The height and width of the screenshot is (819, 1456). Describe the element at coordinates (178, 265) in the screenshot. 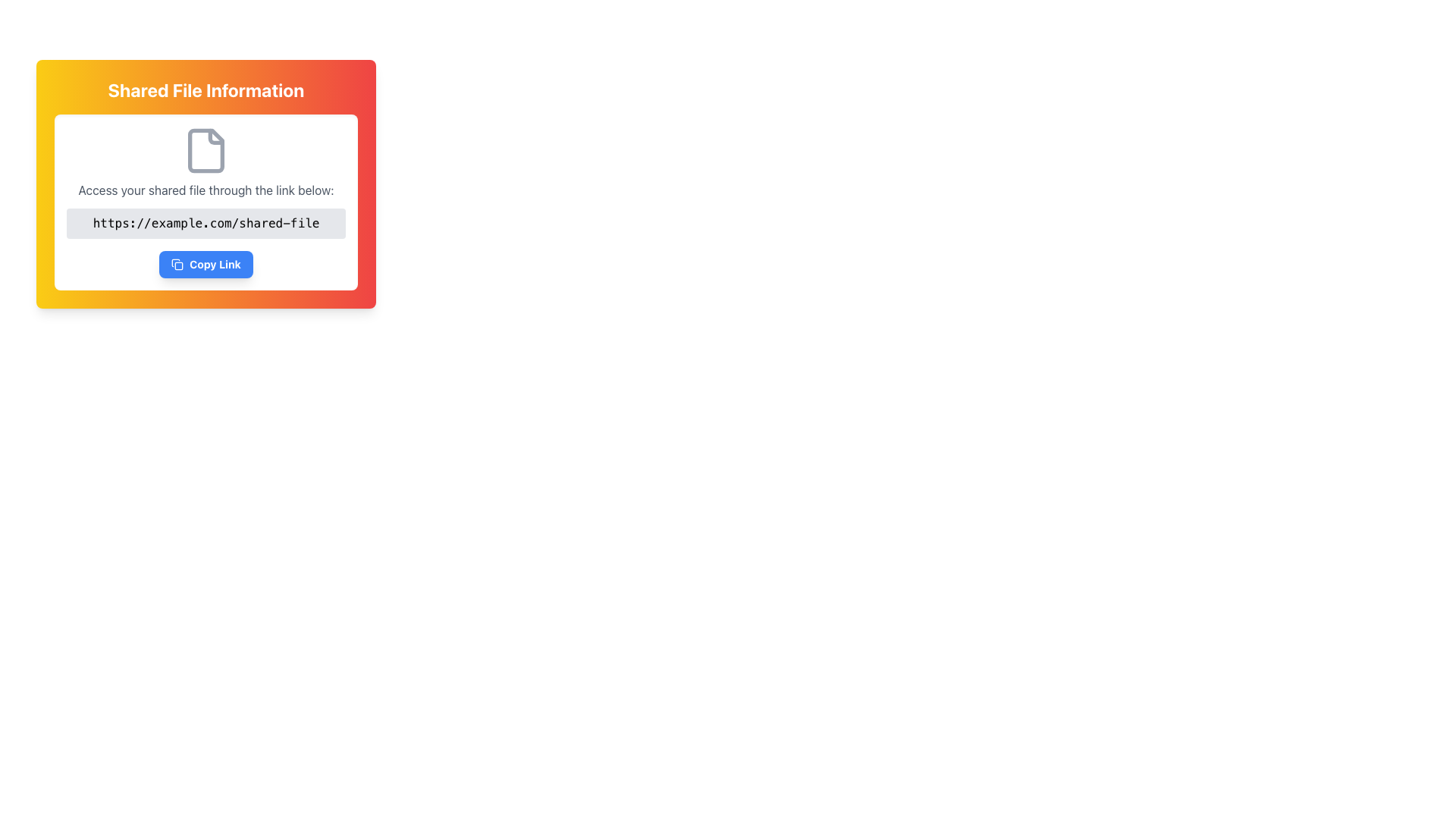

I see `the visual information of the small rectangular shape with rounded corners inside the overlapping squares icon, located` at that location.